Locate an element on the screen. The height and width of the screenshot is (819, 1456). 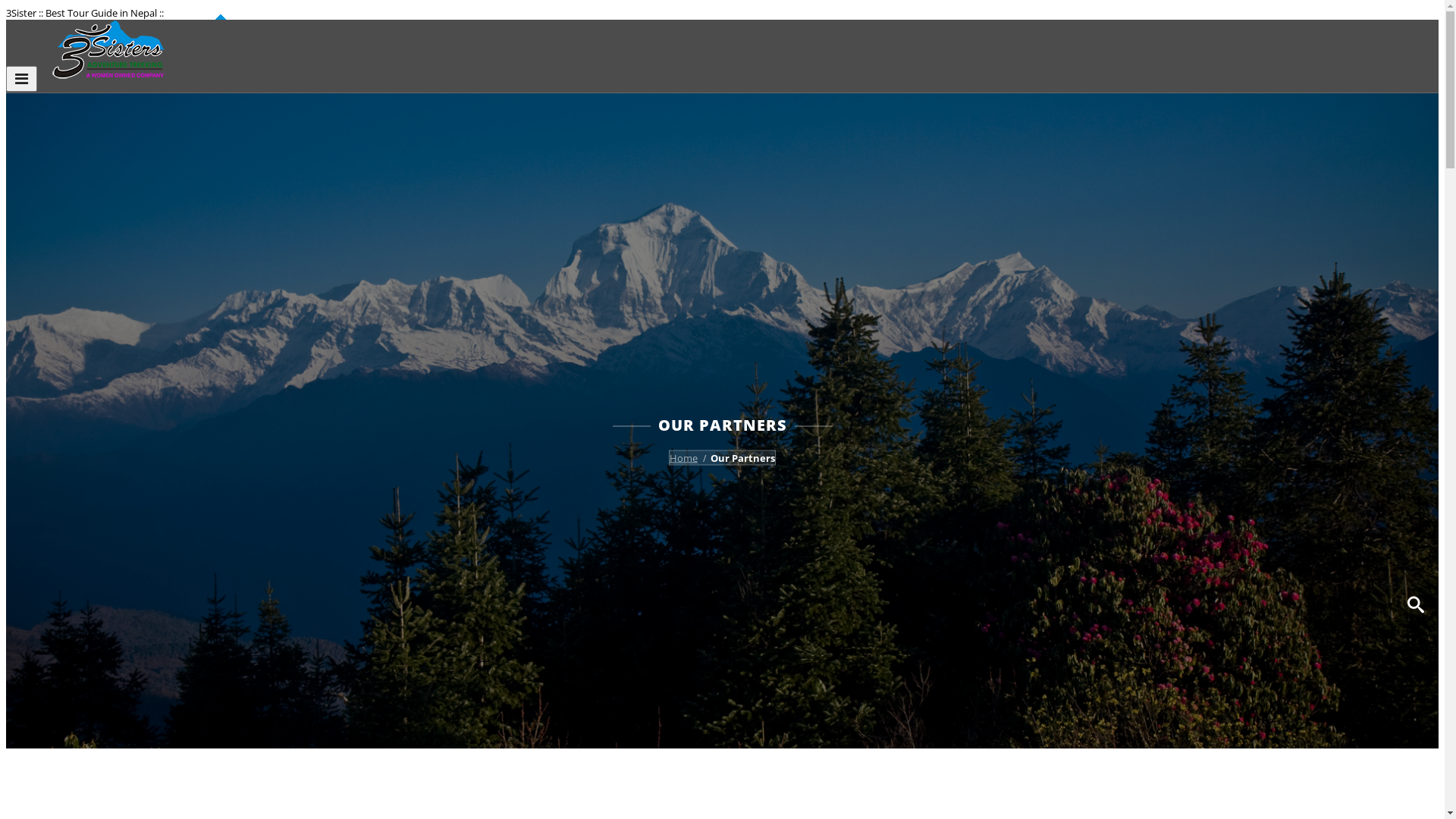
'Toggle navigation' is located at coordinates (6, 79).